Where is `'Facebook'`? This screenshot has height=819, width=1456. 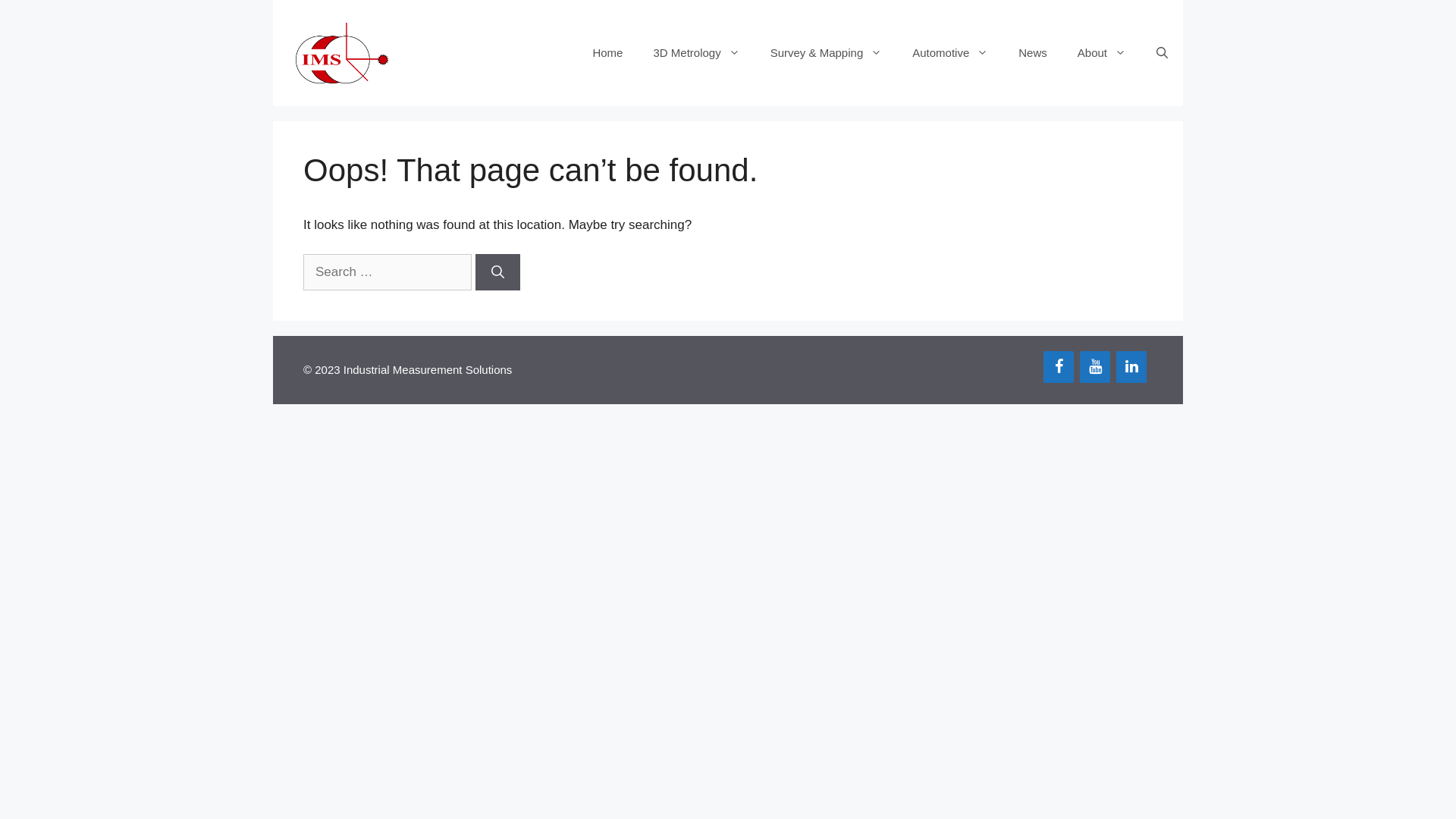 'Facebook' is located at coordinates (1058, 366).